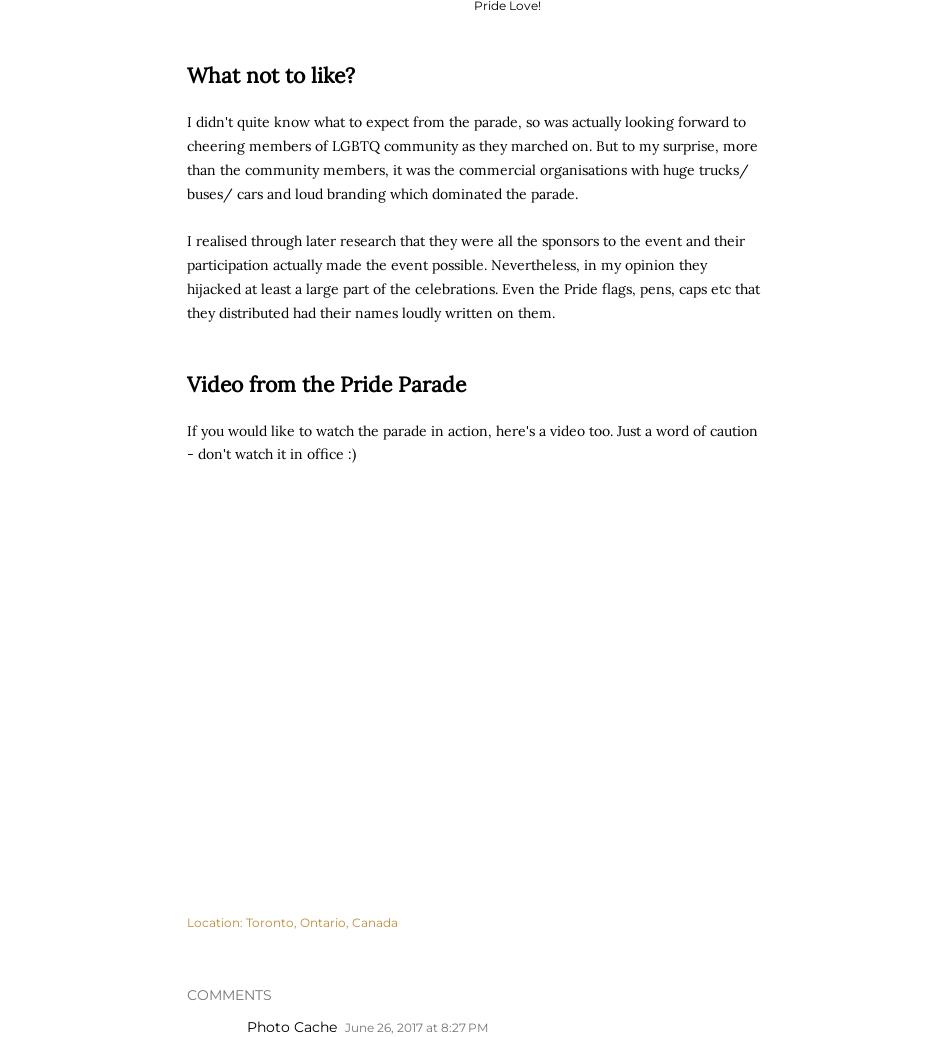  Describe the element at coordinates (186, 440) in the screenshot. I see `'If you would like to watch the parade in action, here's a video too. Just a word of caution - don't watch it in office :)'` at that location.